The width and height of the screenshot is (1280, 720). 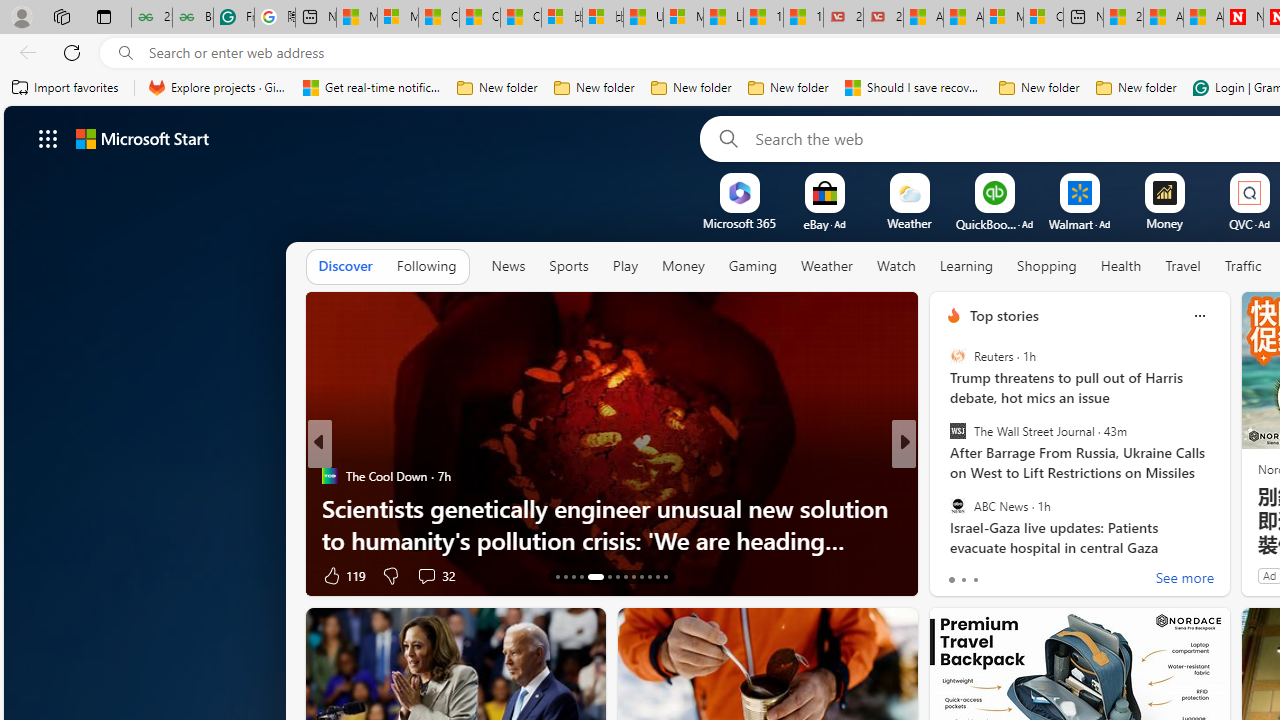 What do you see at coordinates (649, 577) in the screenshot?
I see `'AutomationID: tab-23'` at bounding box center [649, 577].